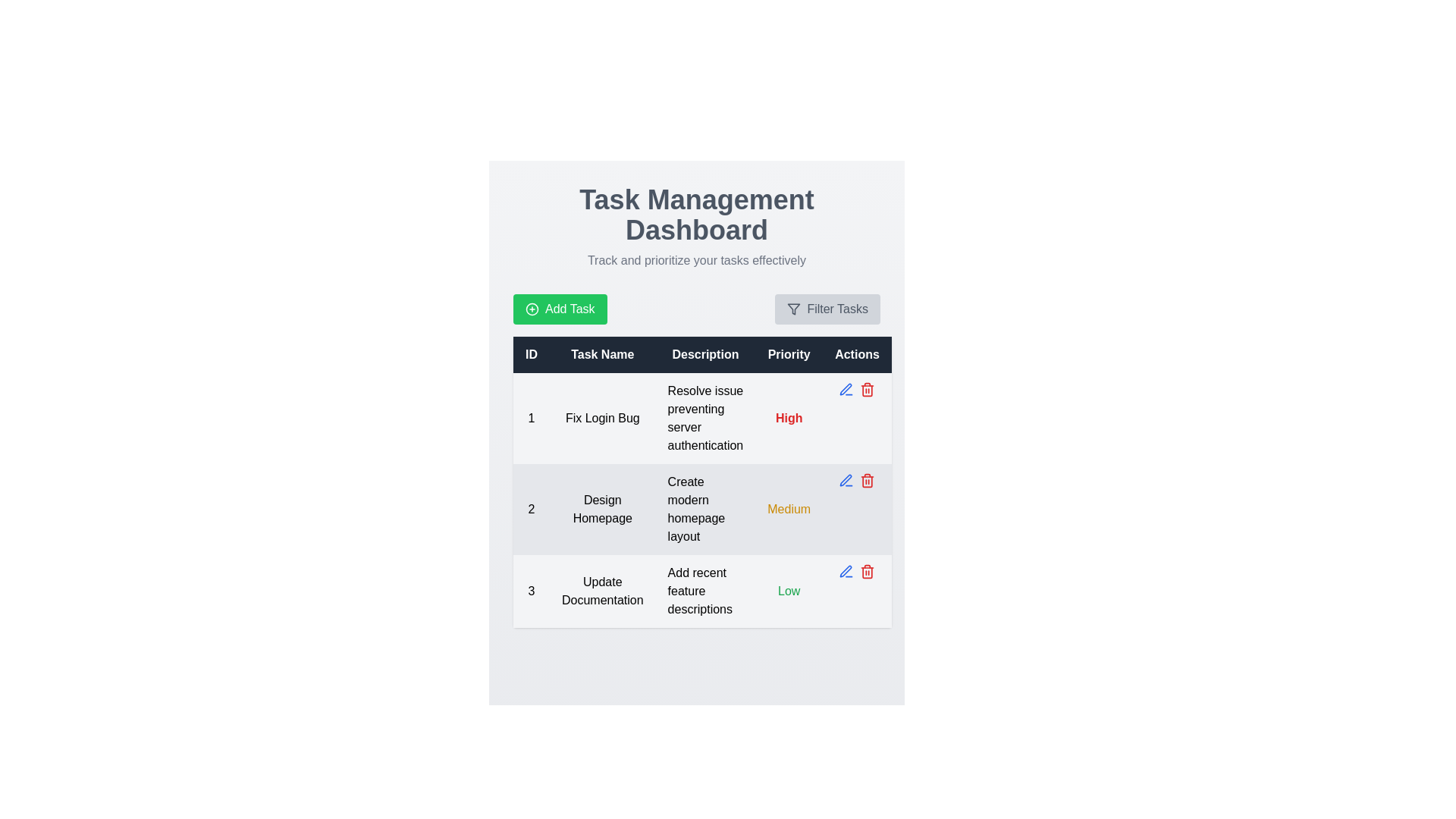 The width and height of the screenshot is (1456, 819). What do you see at coordinates (701, 418) in the screenshot?
I see `the first row in the task management table` at bounding box center [701, 418].